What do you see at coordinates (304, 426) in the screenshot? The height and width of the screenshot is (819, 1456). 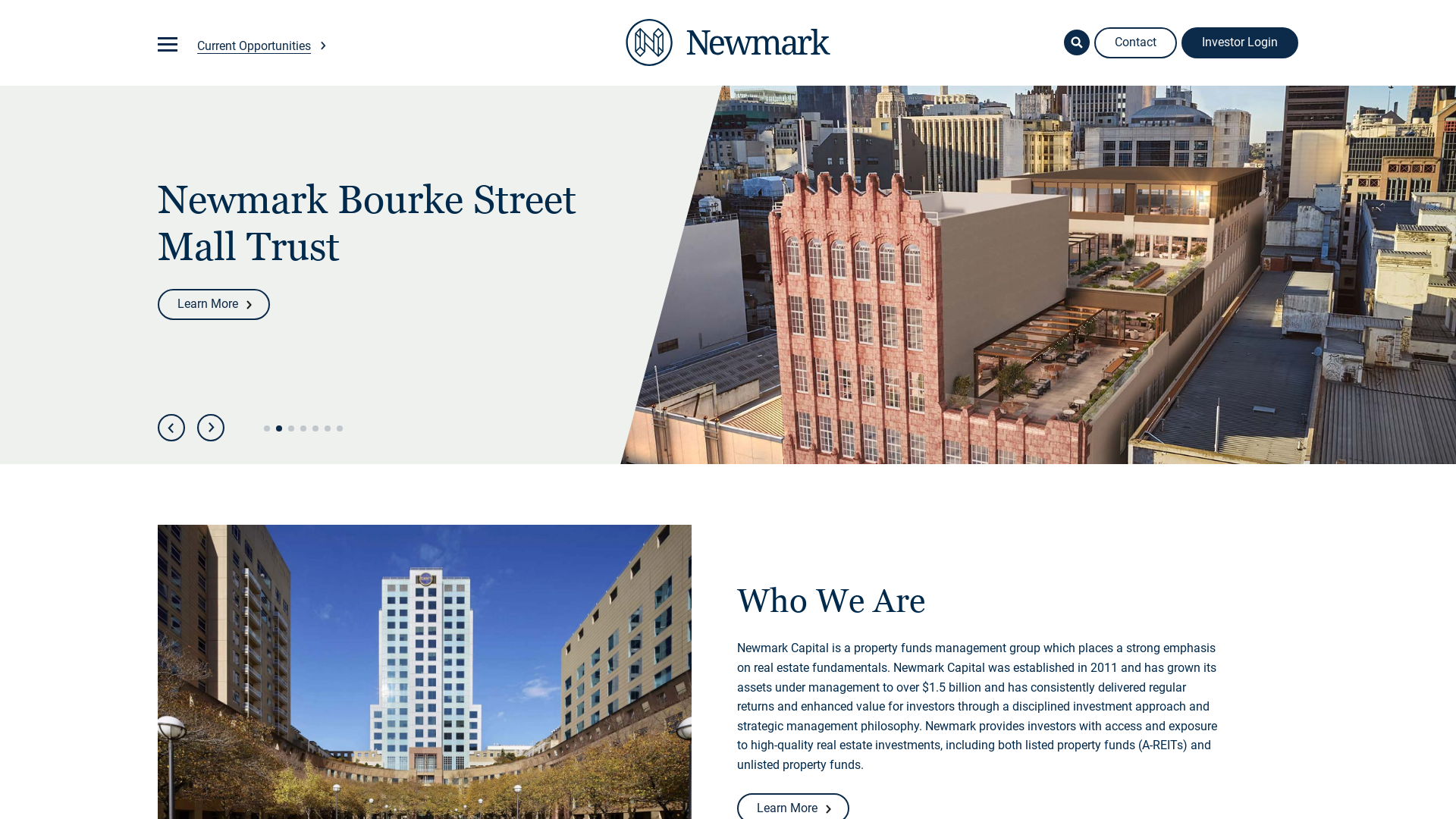 I see `'4'` at bounding box center [304, 426].